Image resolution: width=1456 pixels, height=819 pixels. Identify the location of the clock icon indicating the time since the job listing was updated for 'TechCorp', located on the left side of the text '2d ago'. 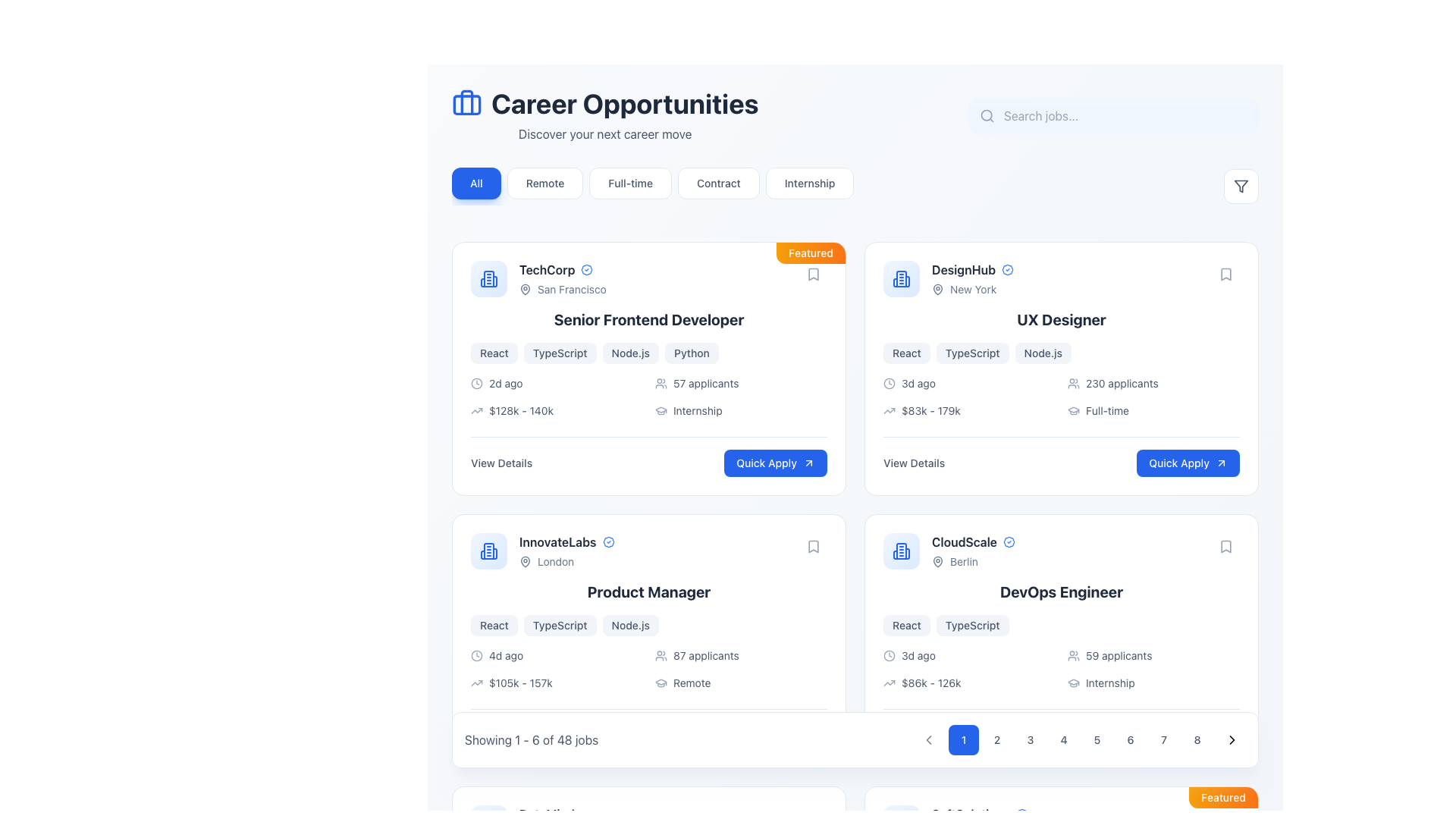
(475, 382).